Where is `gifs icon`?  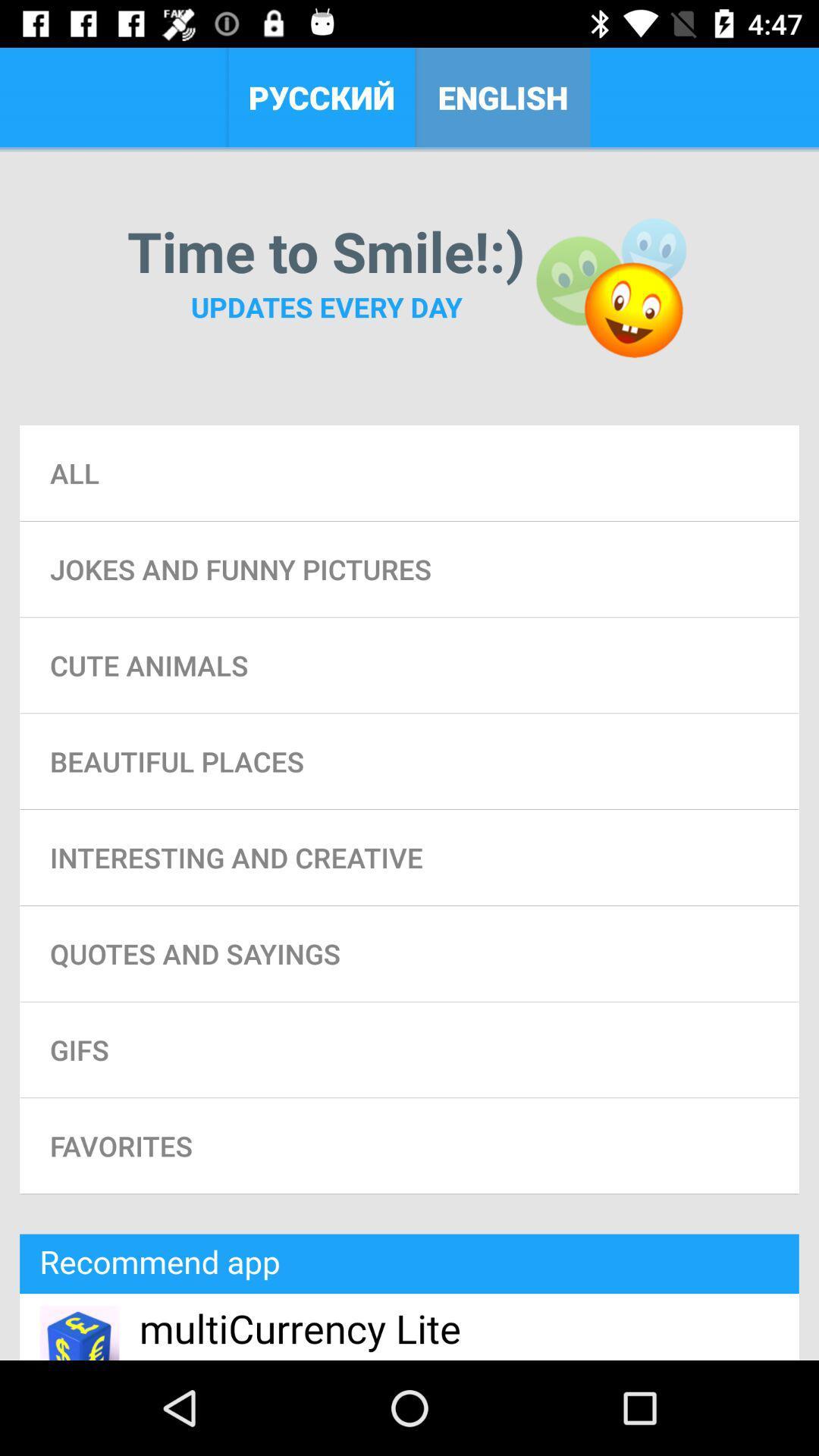 gifs icon is located at coordinates (409, 1049).